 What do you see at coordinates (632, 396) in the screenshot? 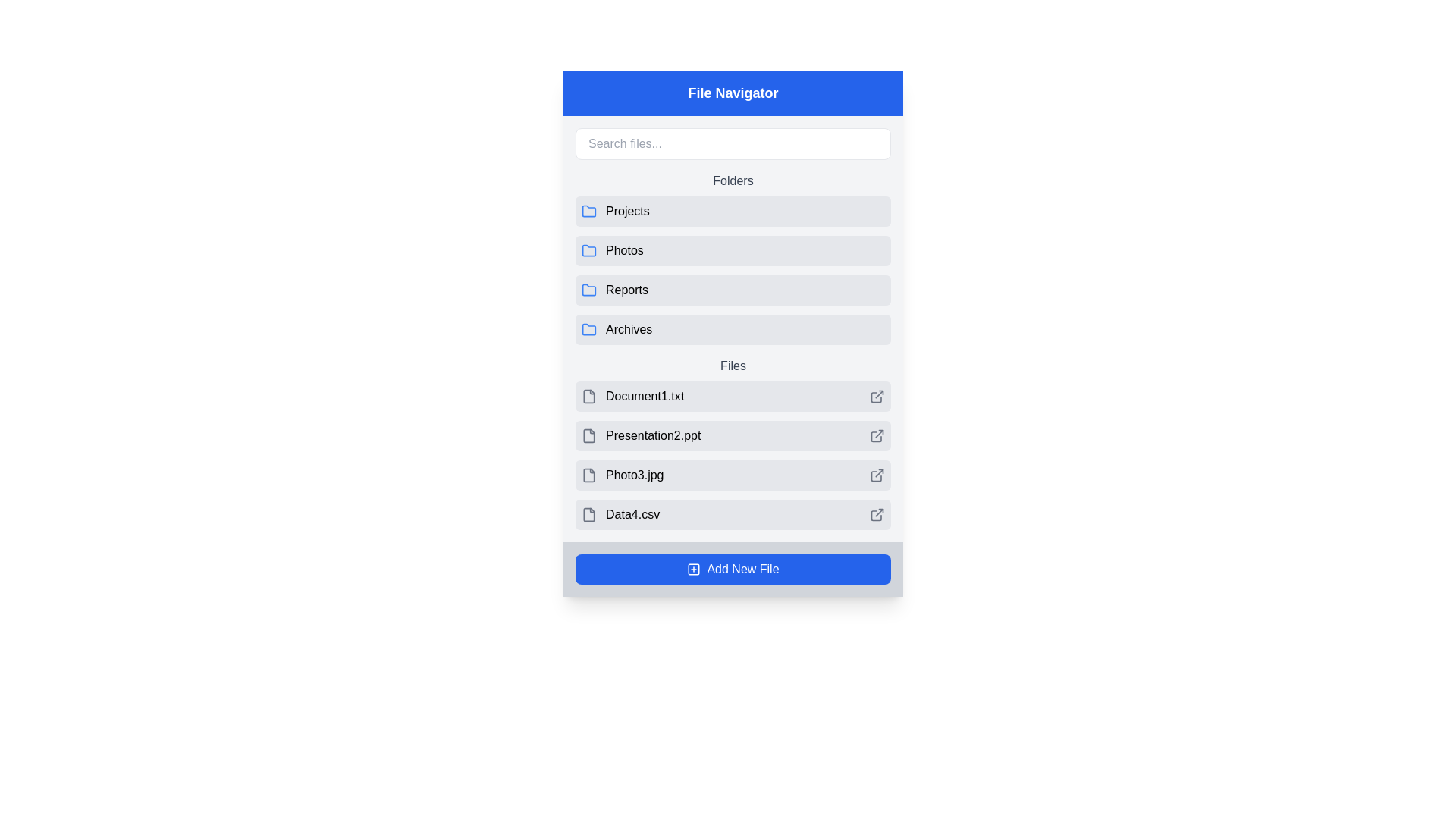
I see `the first file entry` at bounding box center [632, 396].